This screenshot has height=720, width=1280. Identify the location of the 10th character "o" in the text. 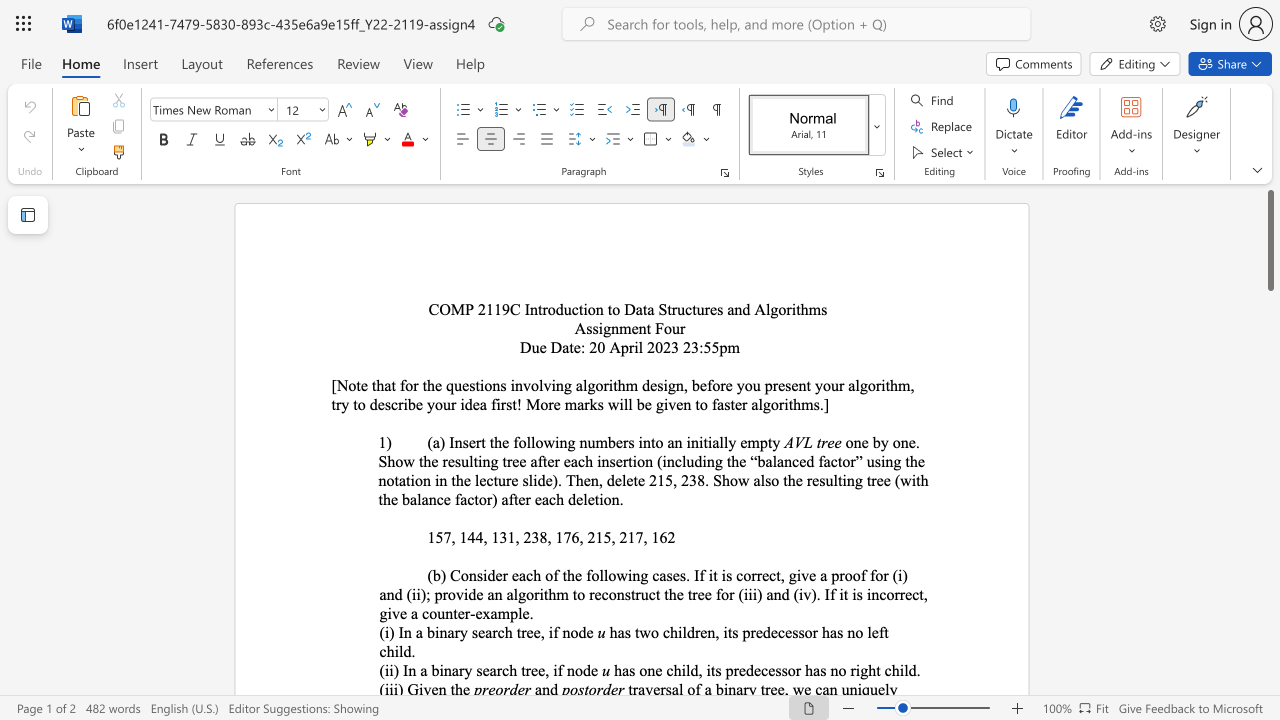
(361, 404).